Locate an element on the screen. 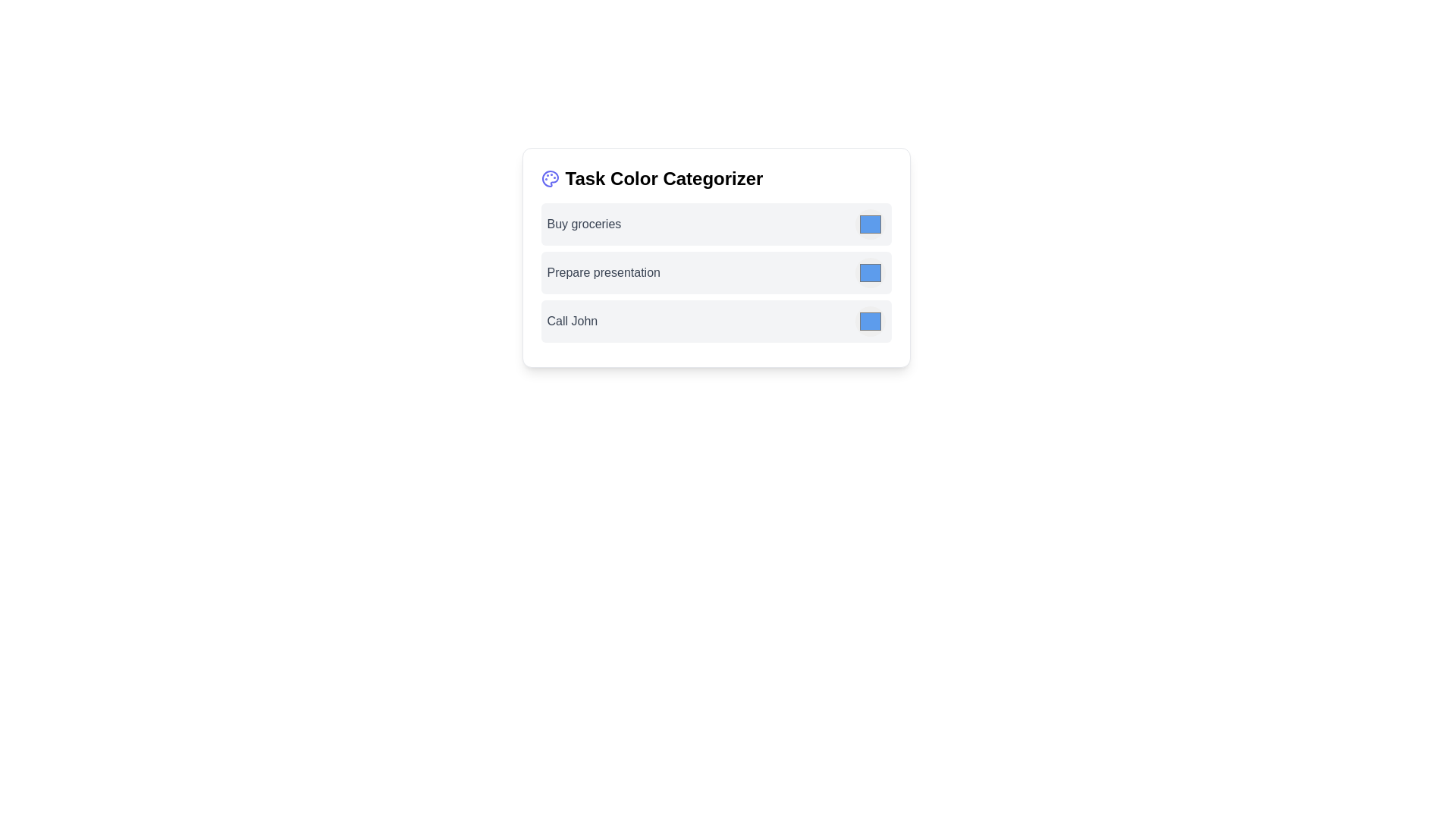  the interactive color indicator button located at the far right of the 'Prepare presentation' task row in the task list is located at coordinates (870, 271).